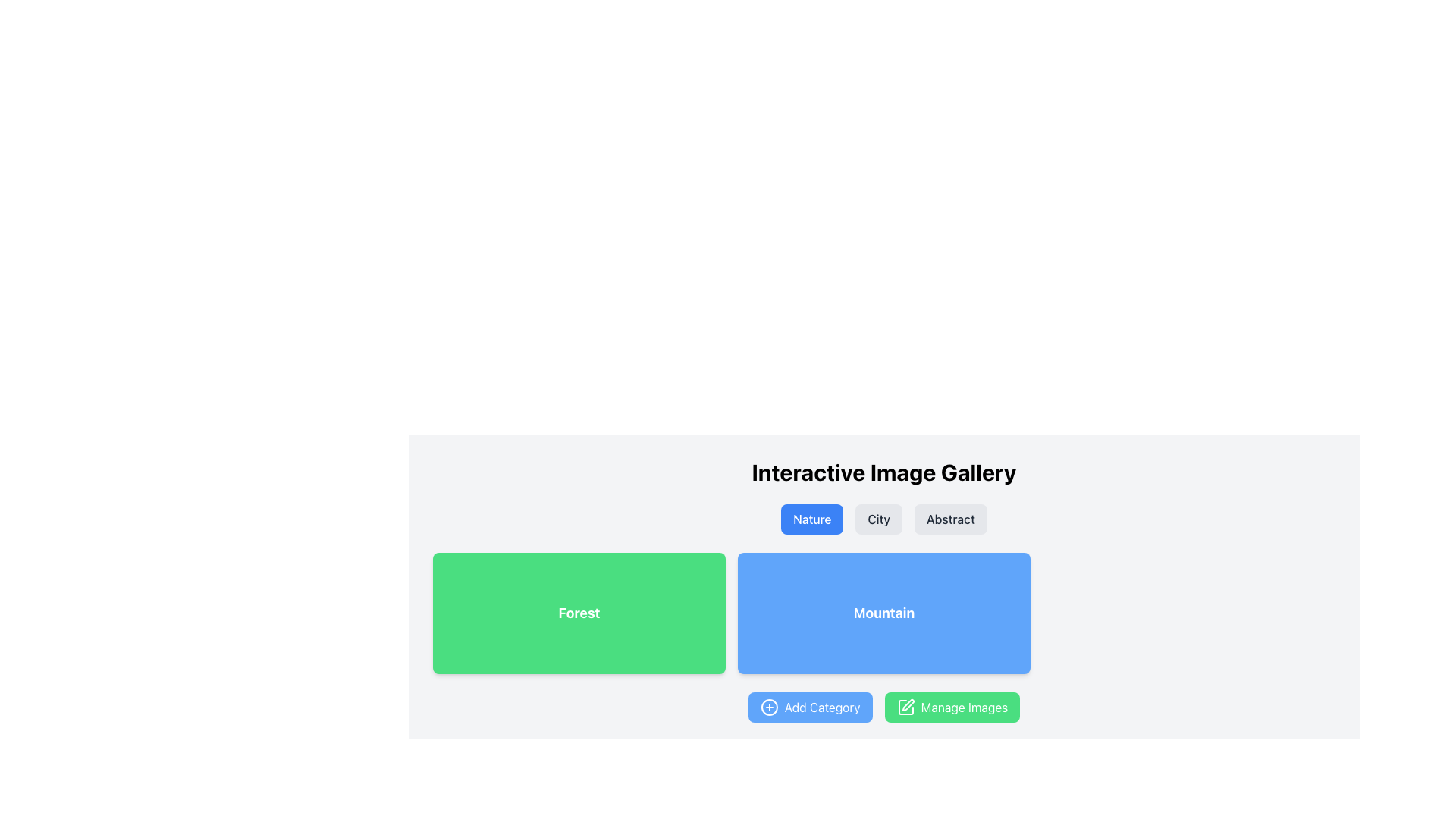 The height and width of the screenshot is (819, 1456). What do you see at coordinates (879, 519) in the screenshot?
I see `the 'City' button, which is the second button in a horizontal group of three, located below the title 'Interactive Image Gallery' and between the 'Nature' and 'Abstract' buttons` at bounding box center [879, 519].